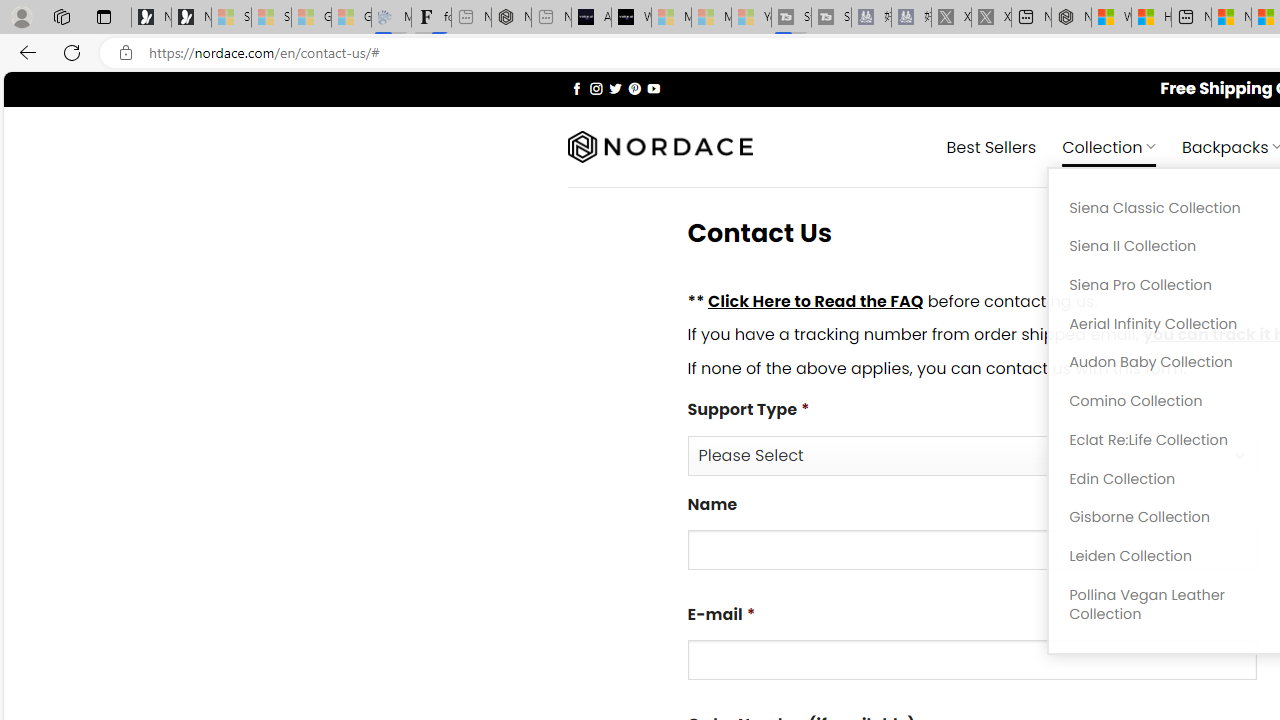  What do you see at coordinates (590, 17) in the screenshot?
I see `'AI Voice Changer for PC and Mac - Voice.ai'` at bounding box center [590, 17].